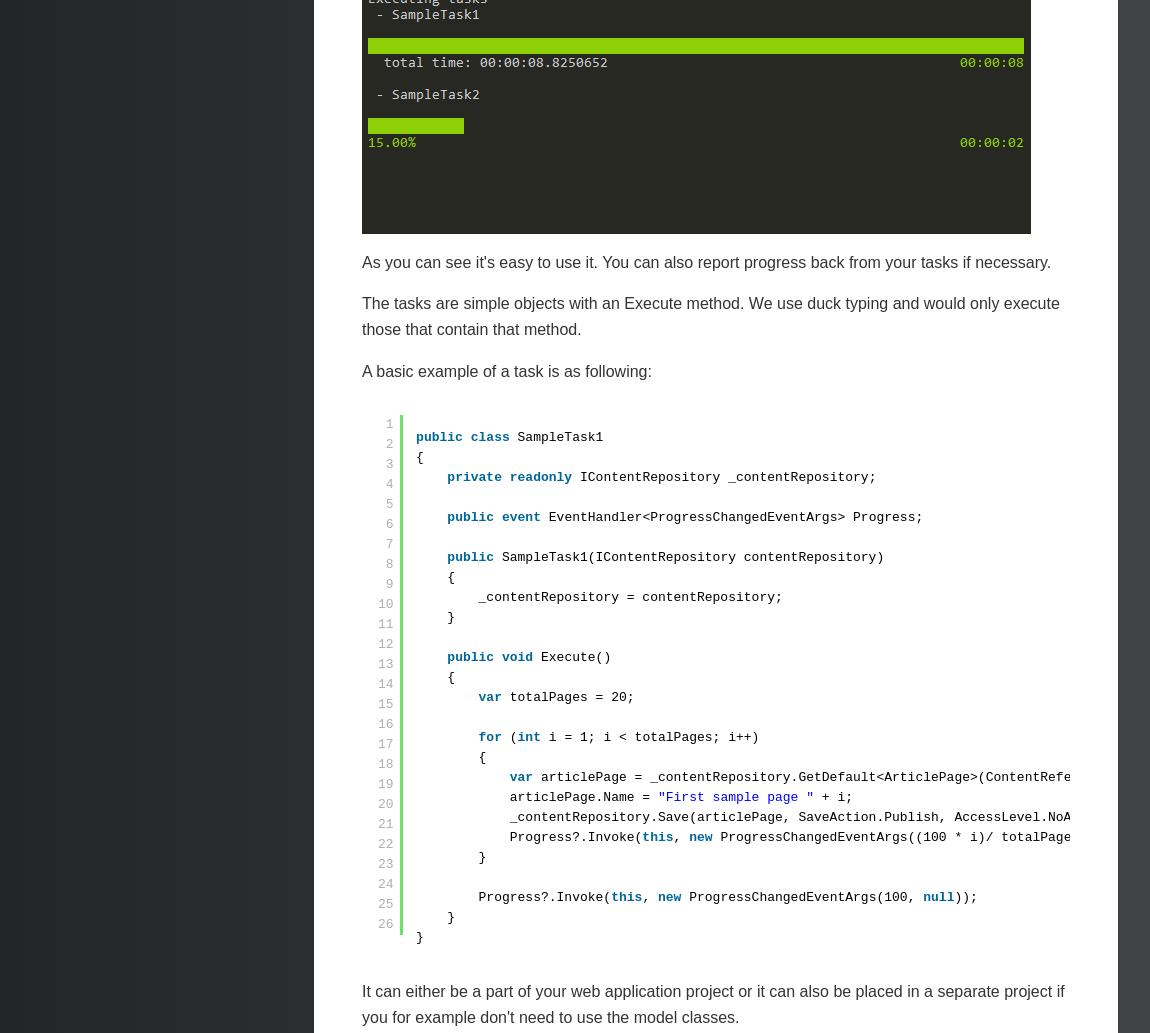  What do you see at coordinates (385, 603) in the screenshot?
I see `'10'` at bounding box center [385, 603].